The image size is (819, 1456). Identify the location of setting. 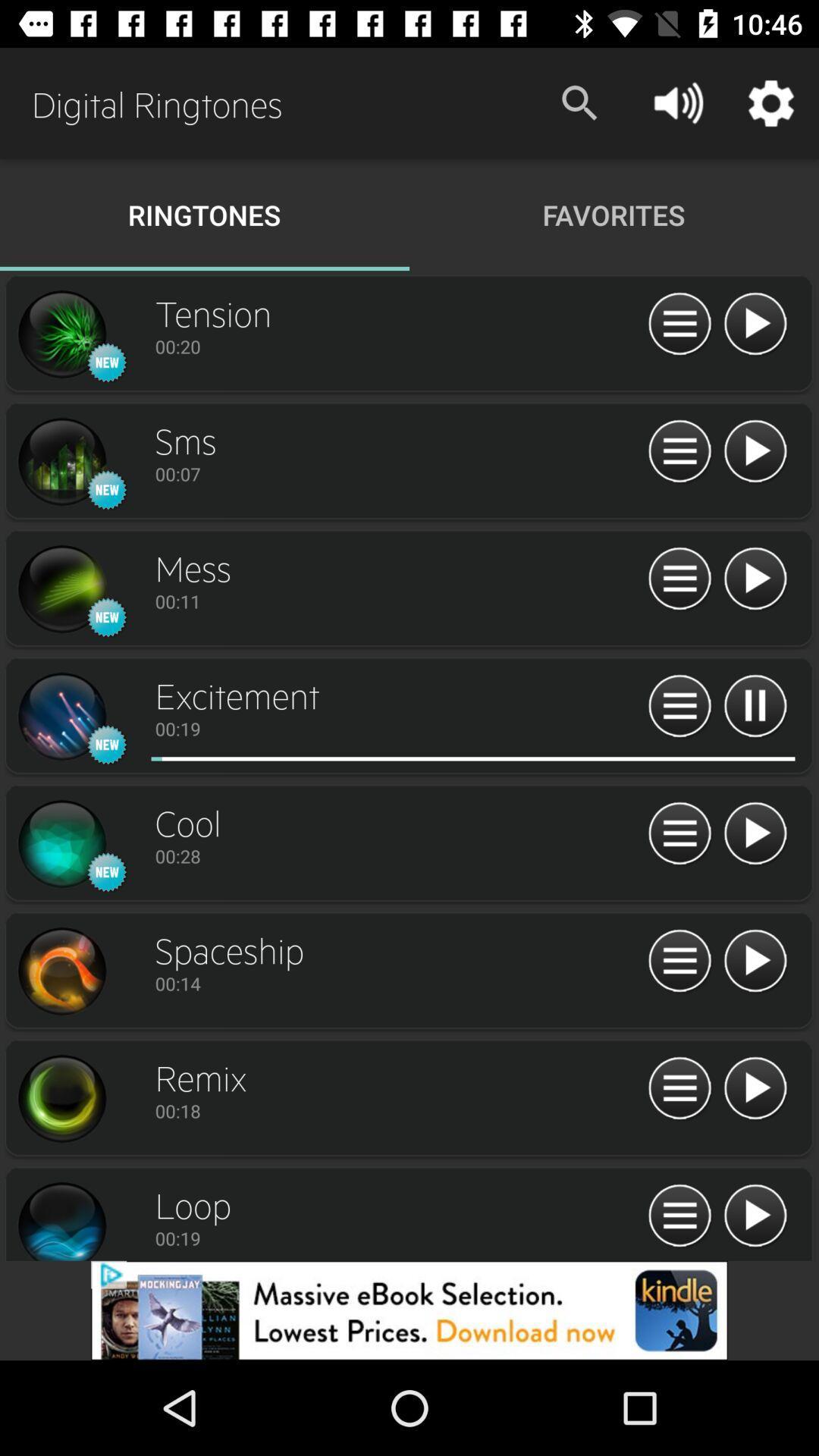
(61, 461).